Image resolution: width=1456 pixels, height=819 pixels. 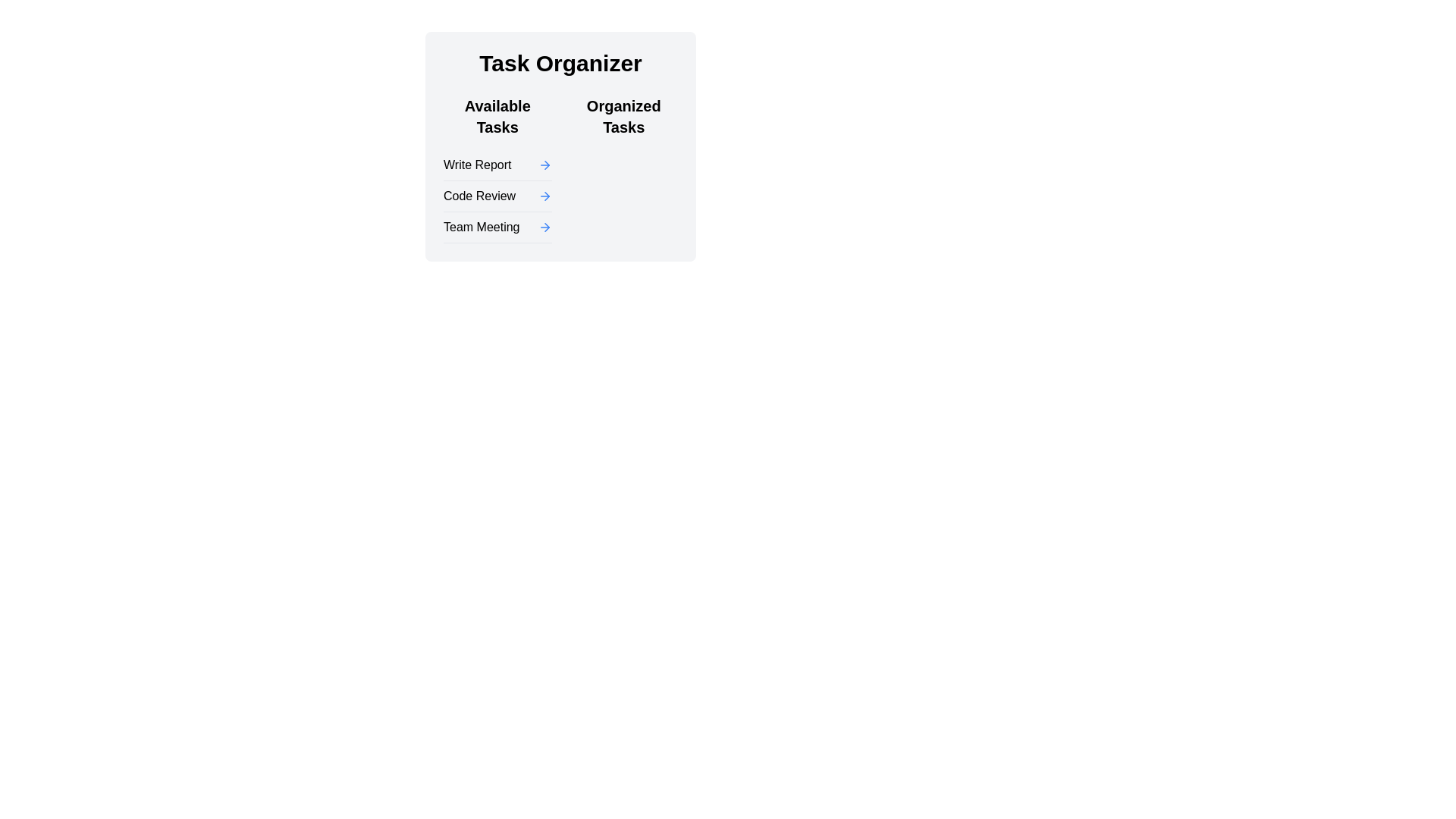 What do you see at coordinates (546, 227) in the screenshot?
I see `the rightward arrowhead icon located to the right of the 'Code Review' text in the 'Available Tasks' section of the 'Task Organizer' interface` at bounding box center [546, 227].